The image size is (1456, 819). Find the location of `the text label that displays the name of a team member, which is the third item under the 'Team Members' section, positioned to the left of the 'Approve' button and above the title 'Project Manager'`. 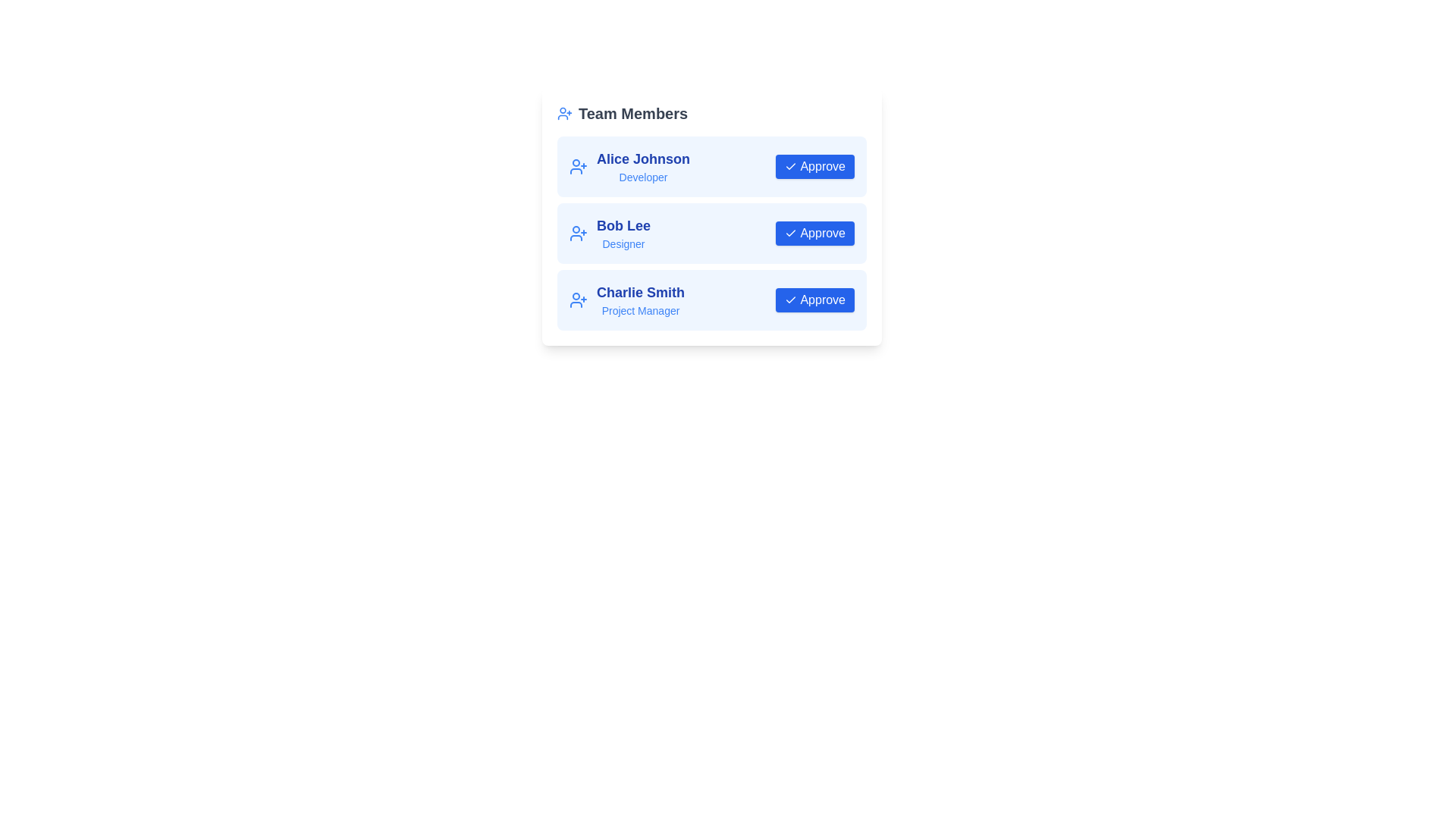

the text label that displays the name of a team member, which is the third item under the 'Team Members' section, positioned to the left of the 'Approve' button and above the title 'Project Manager' is located at coordinates (640, 292).